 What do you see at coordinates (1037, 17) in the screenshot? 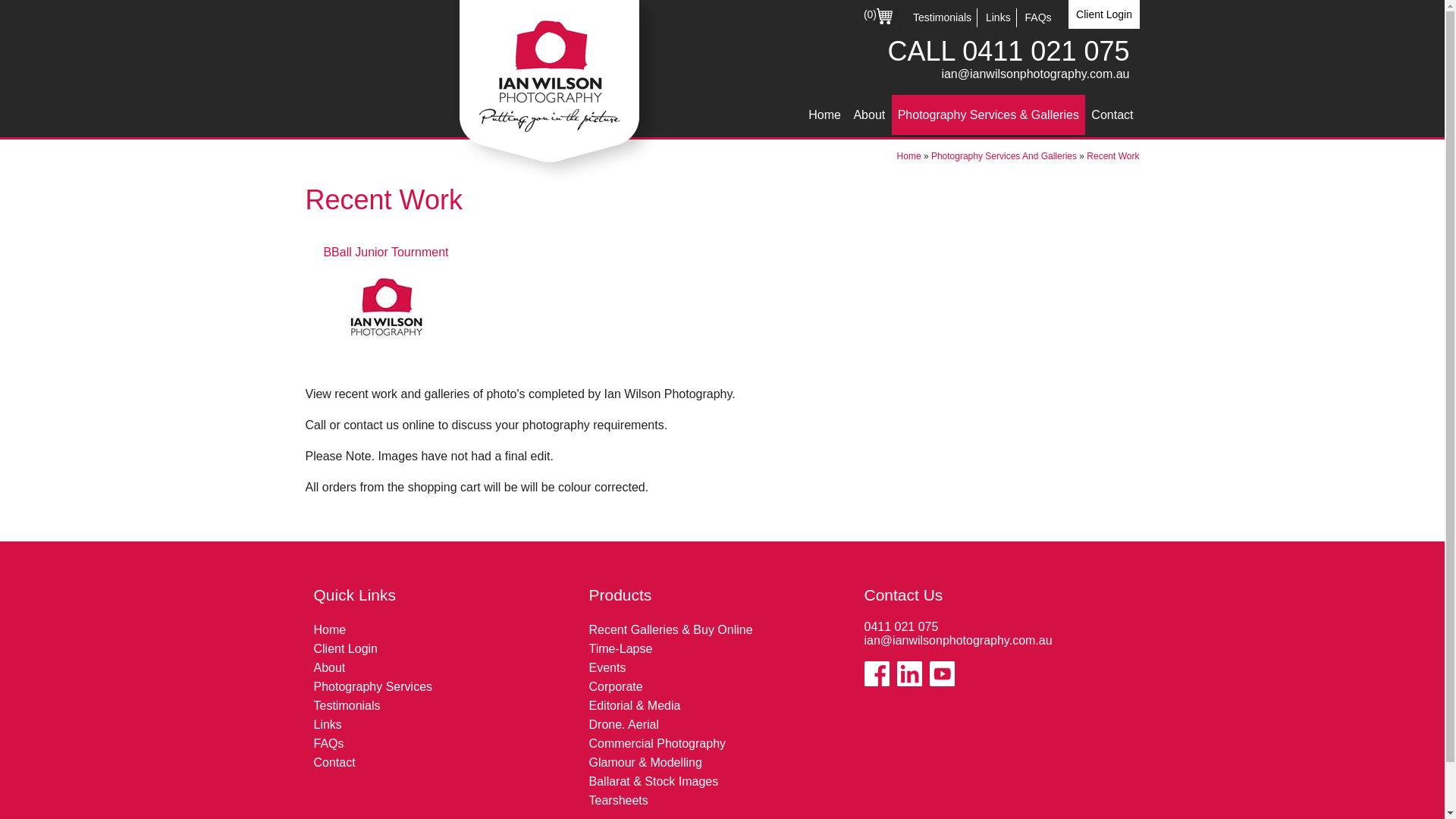
I see `'FAQs'` at bounding box center [1037, 17].